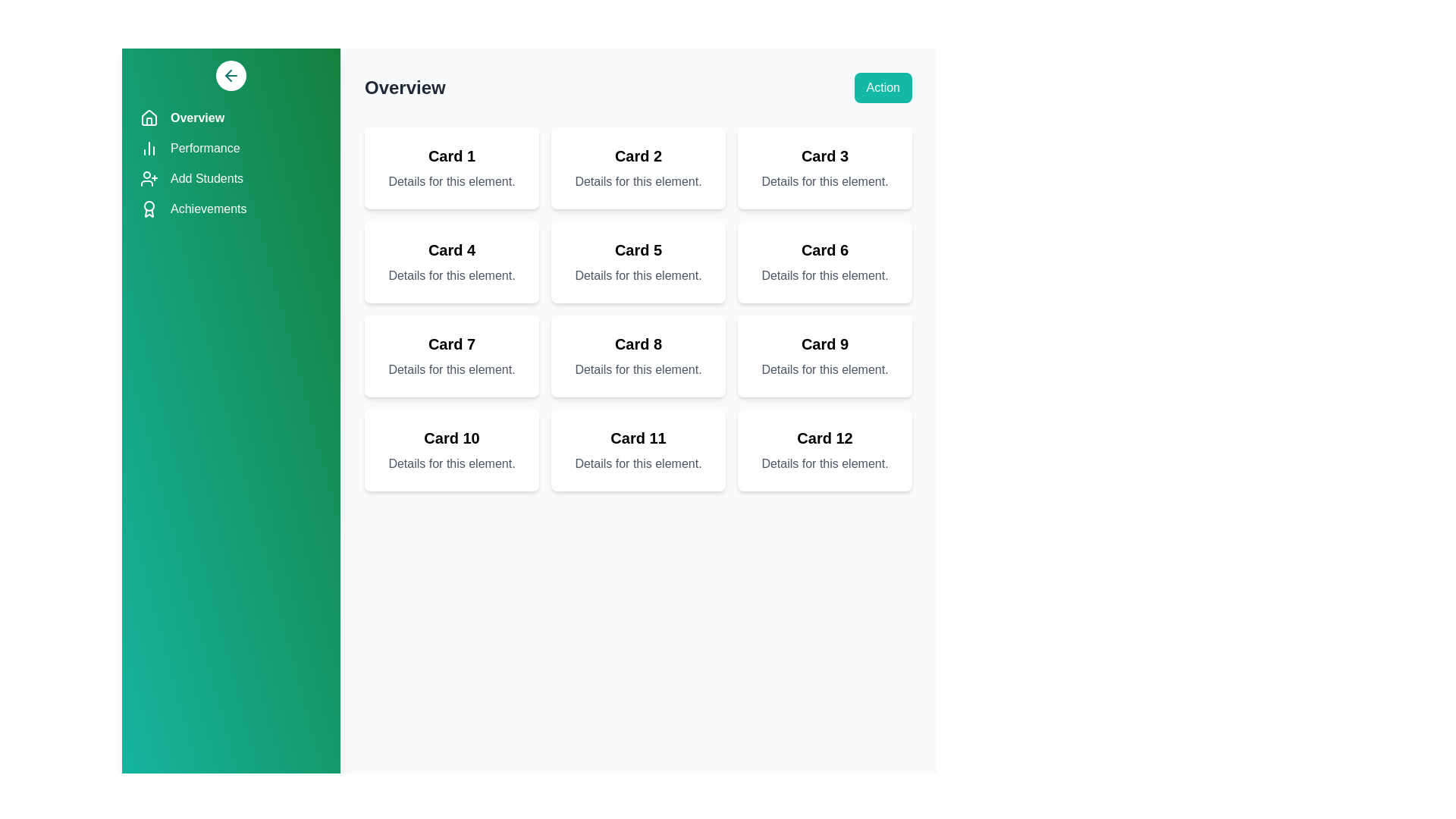 This screenshot has height=819, width=1456. What do you see at coordinates (883, 87) in the screenshot?
I see `'Action' button in the header` at bounding box center [883, 87].